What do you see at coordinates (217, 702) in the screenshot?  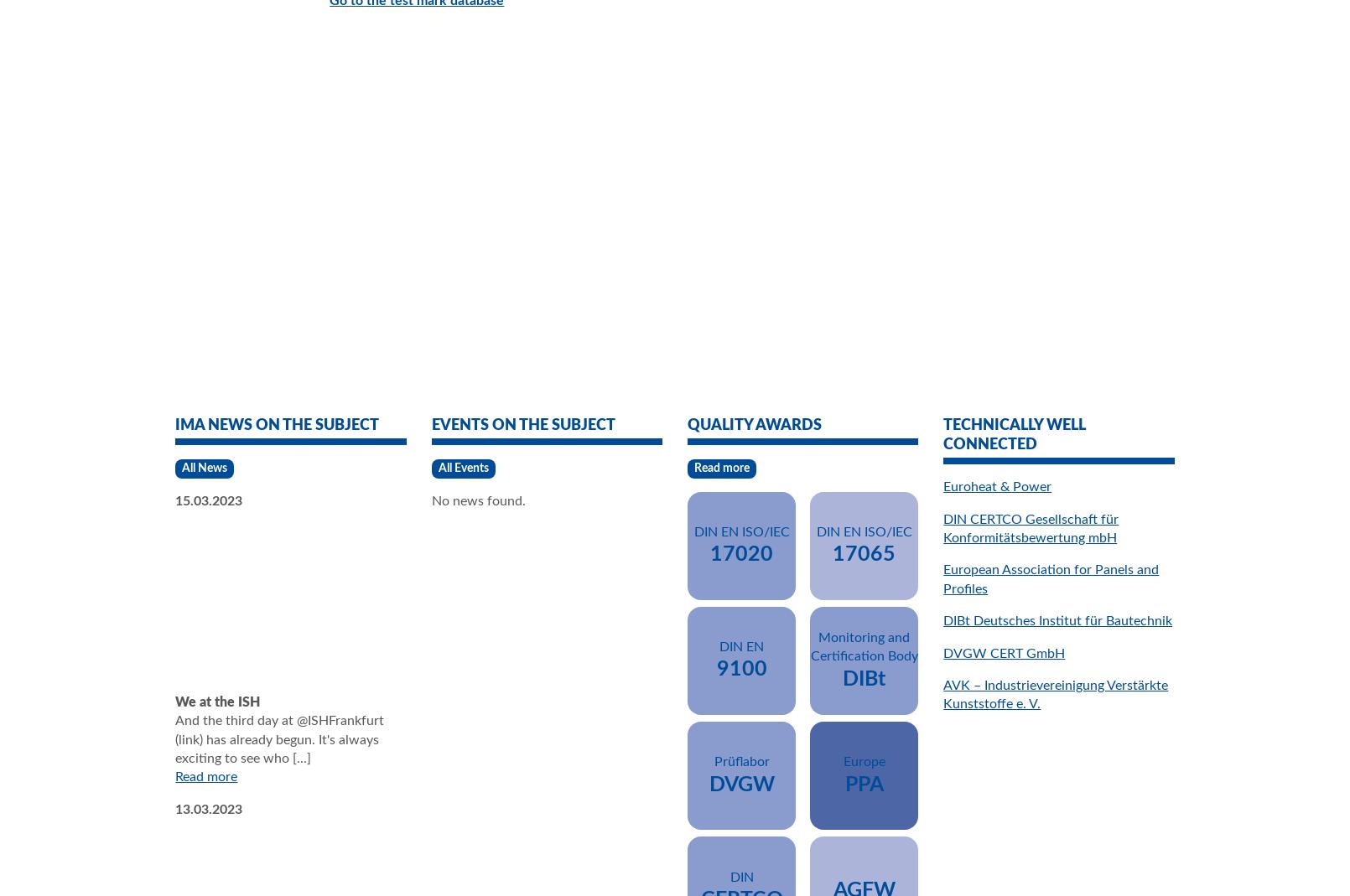 I see `'We at the ISH'` at bounding box center [217, 702].